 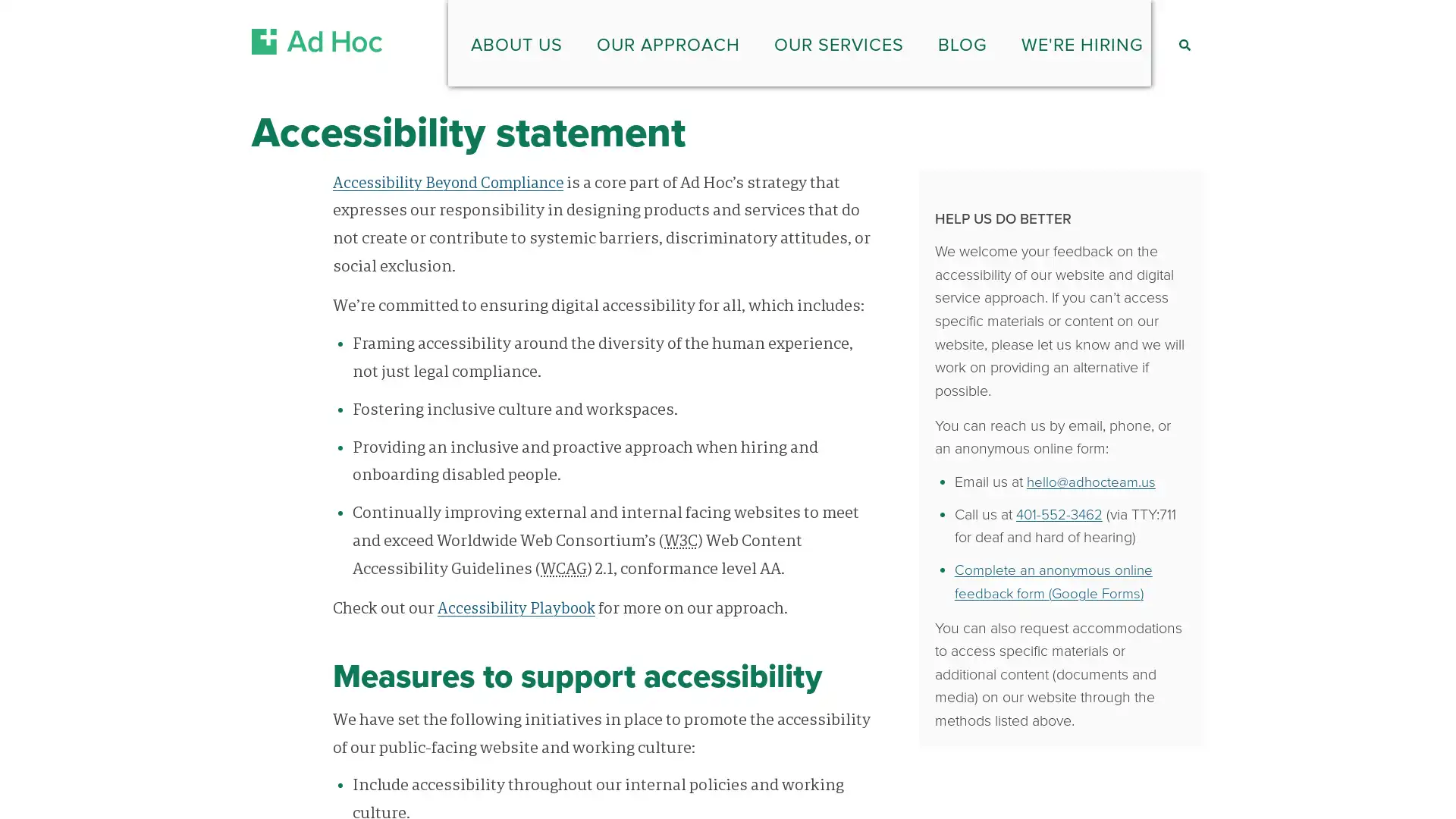 I want to click on Reveal Search Form, so click(x=1183, y=39).